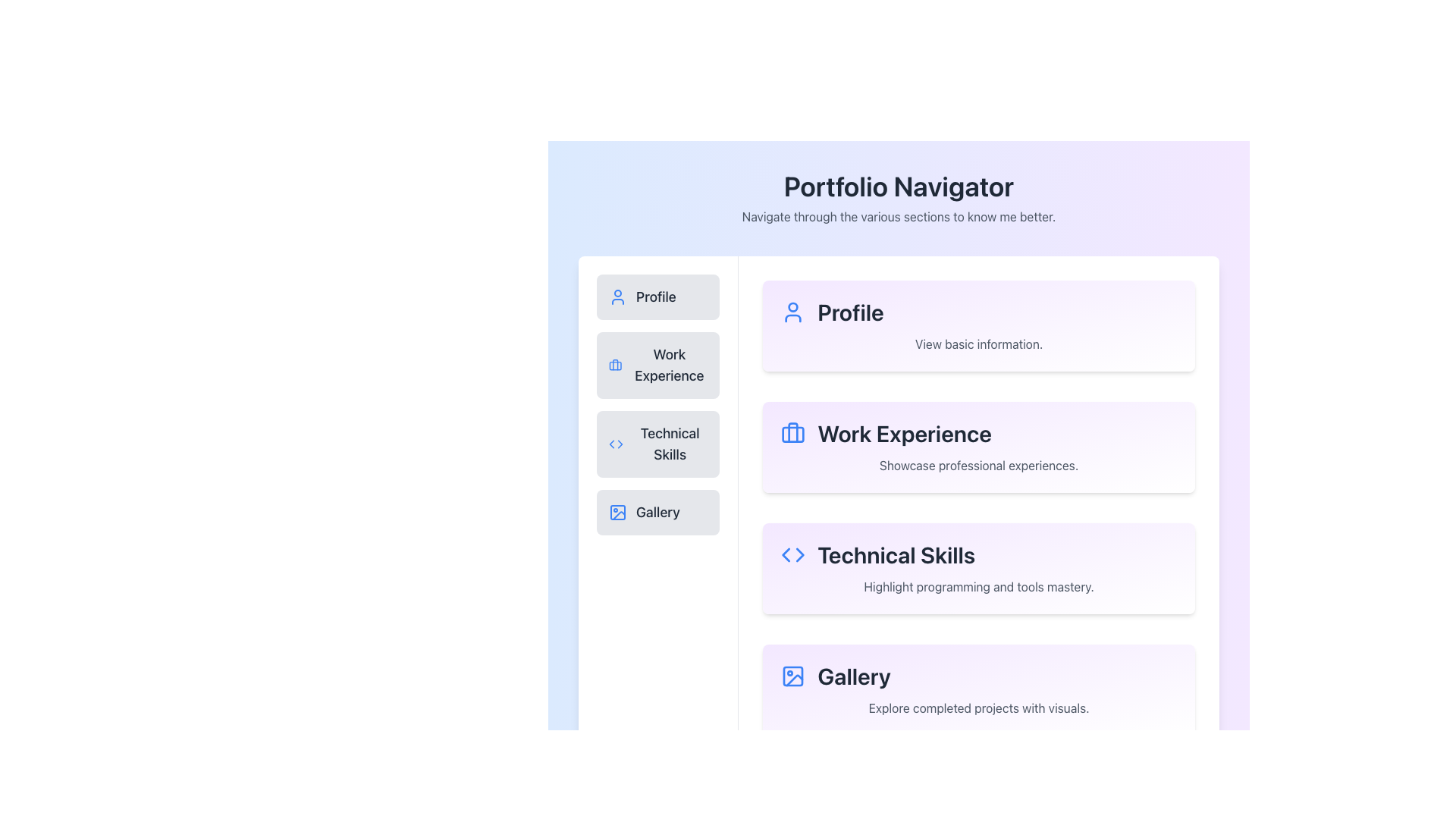 This screenshot has width=1456, height=819. Describe the element at coordinates (979, 555) in the screenshot. I see `the text label that reads 'Technical Skills' located on the right-hand side of the interface, positioned below the 'Work Experience' header` at that location.